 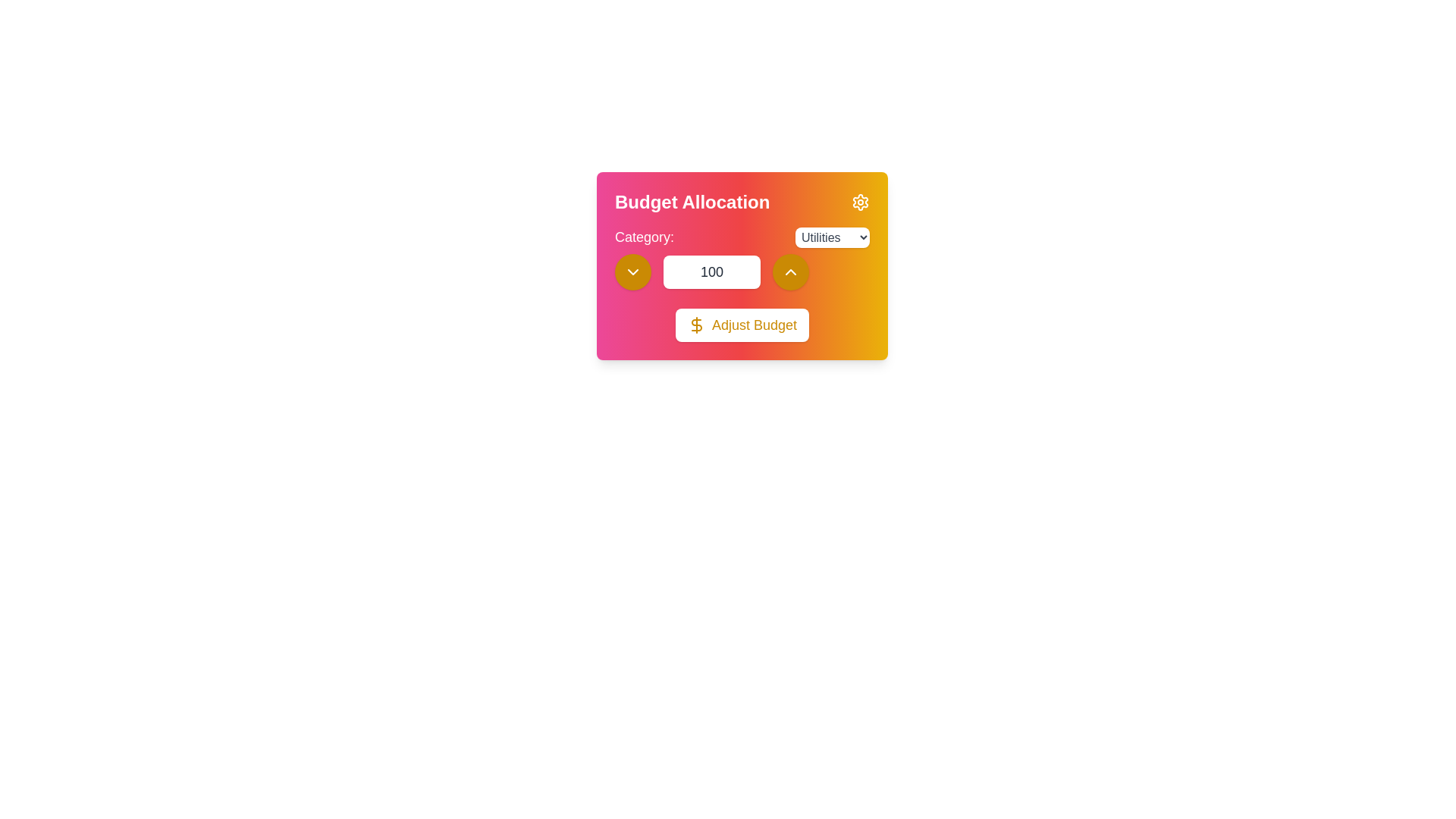 I want to click on the upward-pointing arrow icon within the rounded yellow button located in the bottom right section of the 'Budget Allocation' card to increment the numeric value, so click(x=789, y=271).